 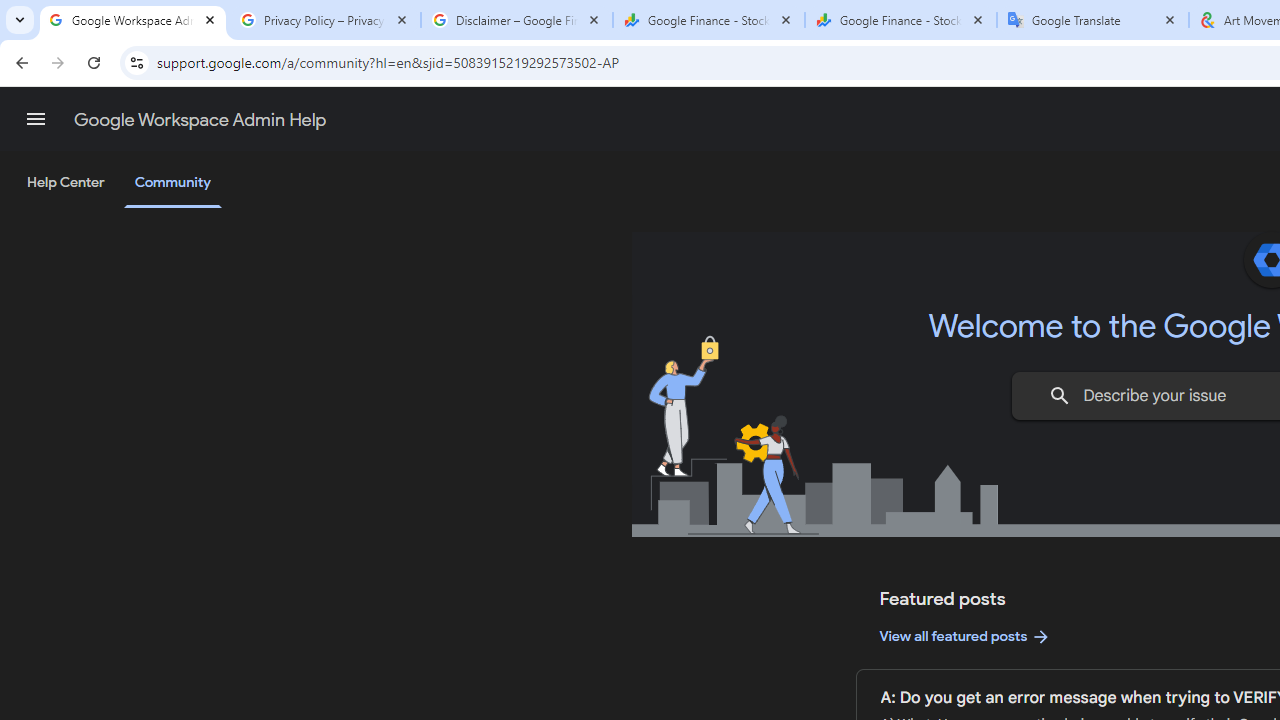 What do you see at coordinates (65, 183) in the screenshot?
I see `'Help Center'` at bounding box center [65, 183].